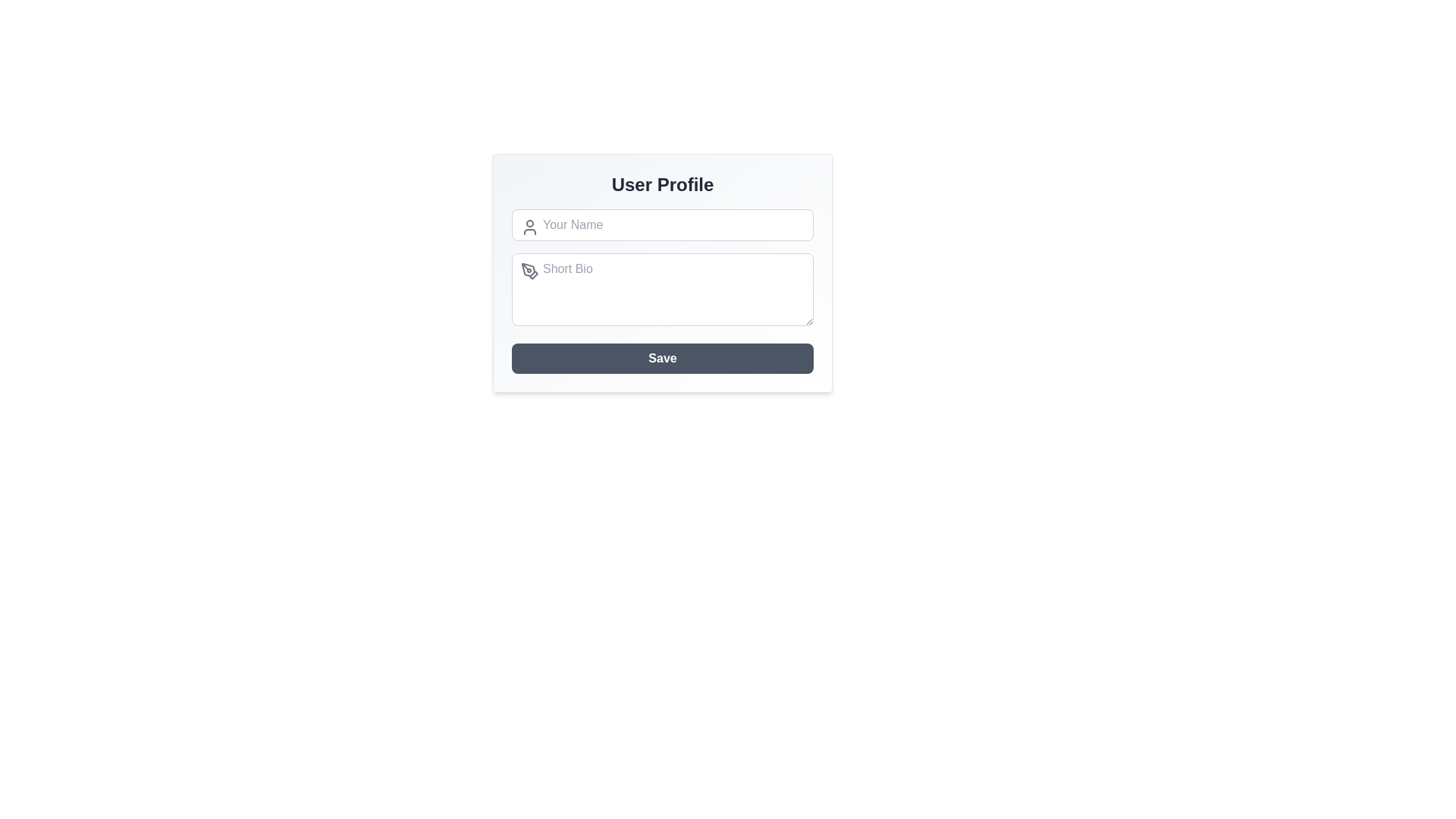 This screenshot has width=1456, height=819. What do you see at coordinates (530, 271) in the screenshot?
I see `the pen icon element, which is styled in a minimalist design with rounded edges and a gray color, located to the left of the 'Short Bio' input field in the 'User Profile' interface` at bounding box center [530, 271].